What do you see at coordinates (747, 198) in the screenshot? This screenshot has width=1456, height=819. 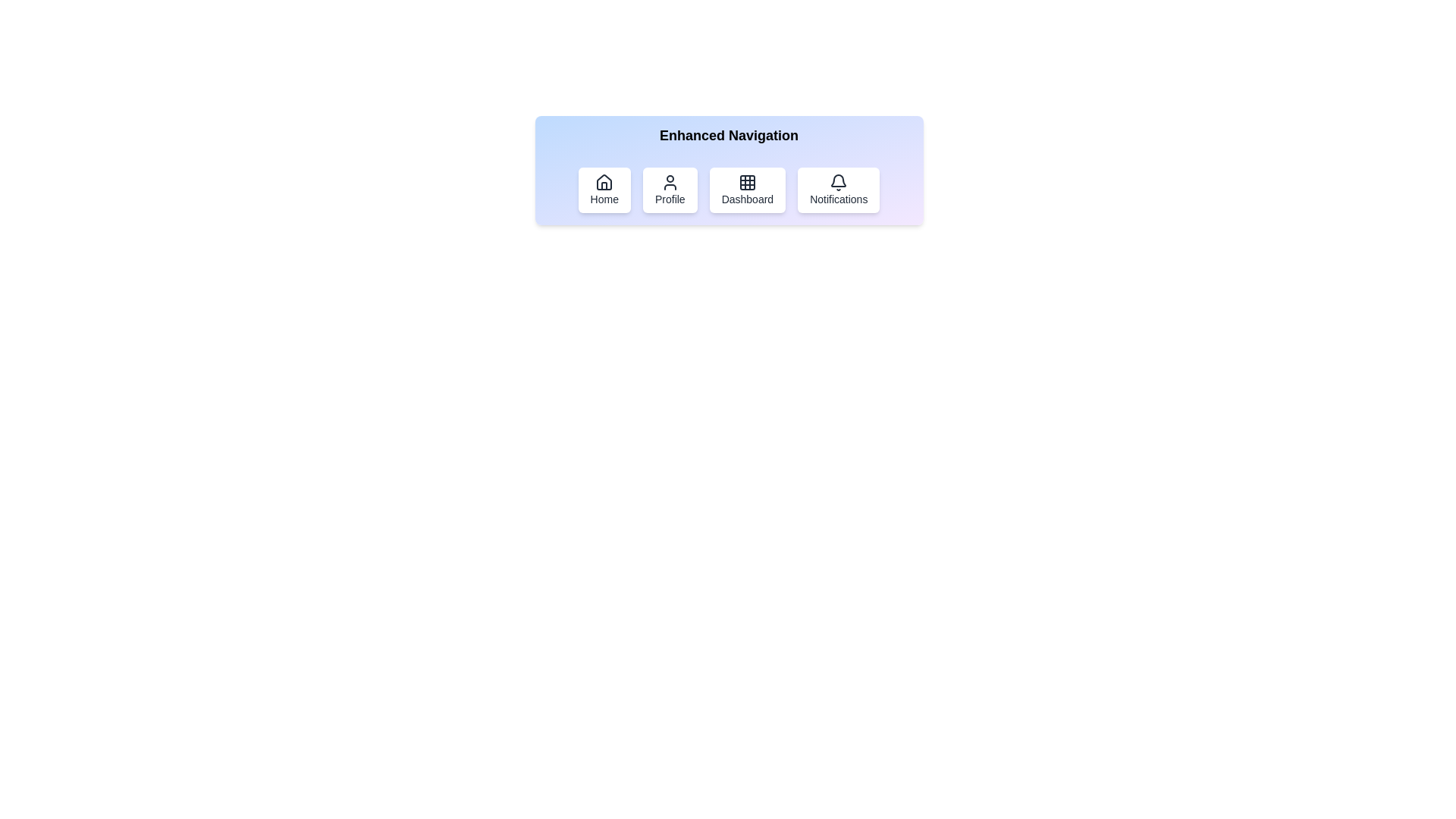 I see `label indicating the 'Dashboard' button, which serves to inform users that clicking it will navigate to the dashboard section` at bounding box center [747, 198].